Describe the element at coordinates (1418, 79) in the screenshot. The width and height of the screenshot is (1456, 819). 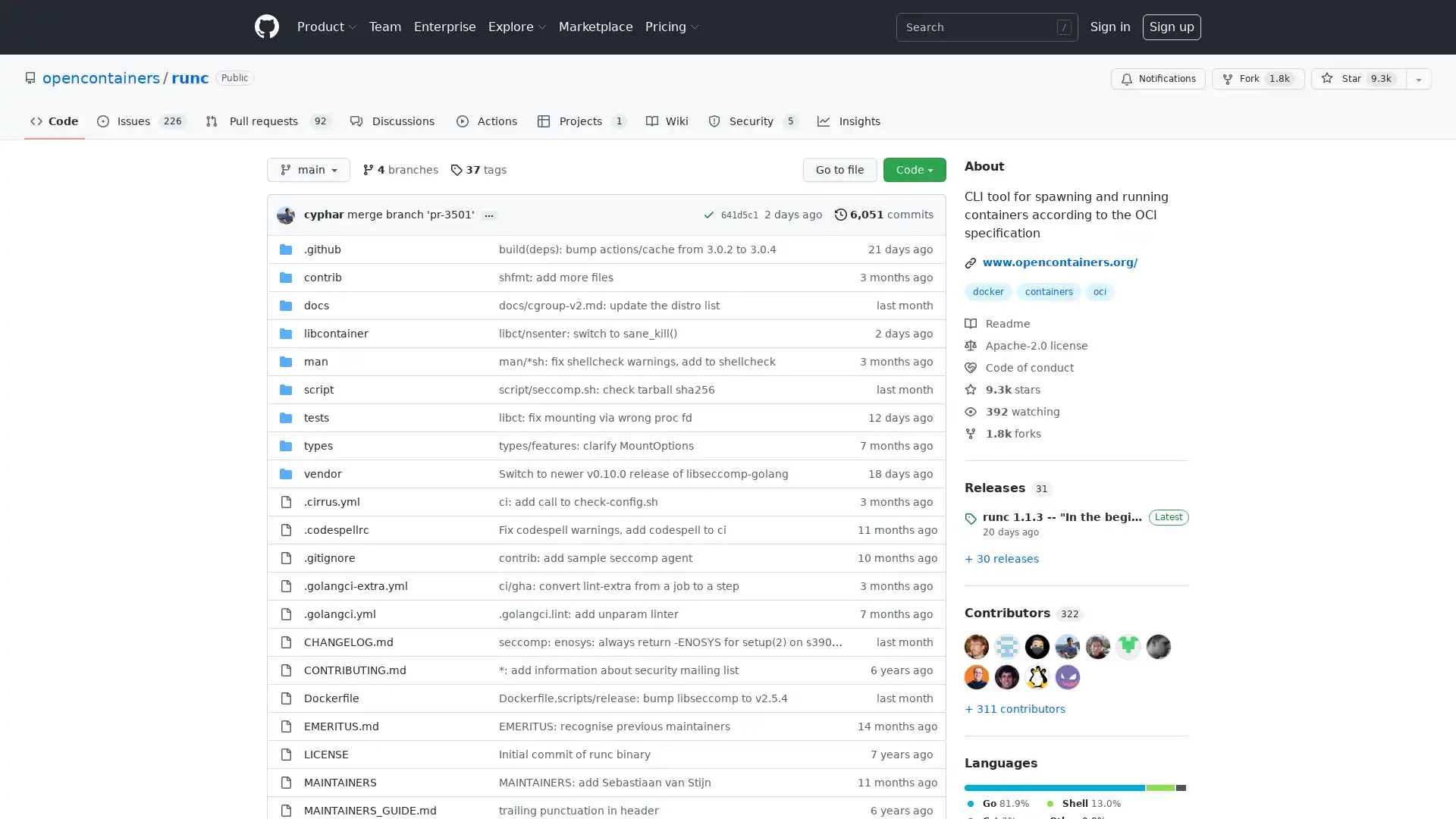
I see `You must be signed in to add this repository to a list` at that location.